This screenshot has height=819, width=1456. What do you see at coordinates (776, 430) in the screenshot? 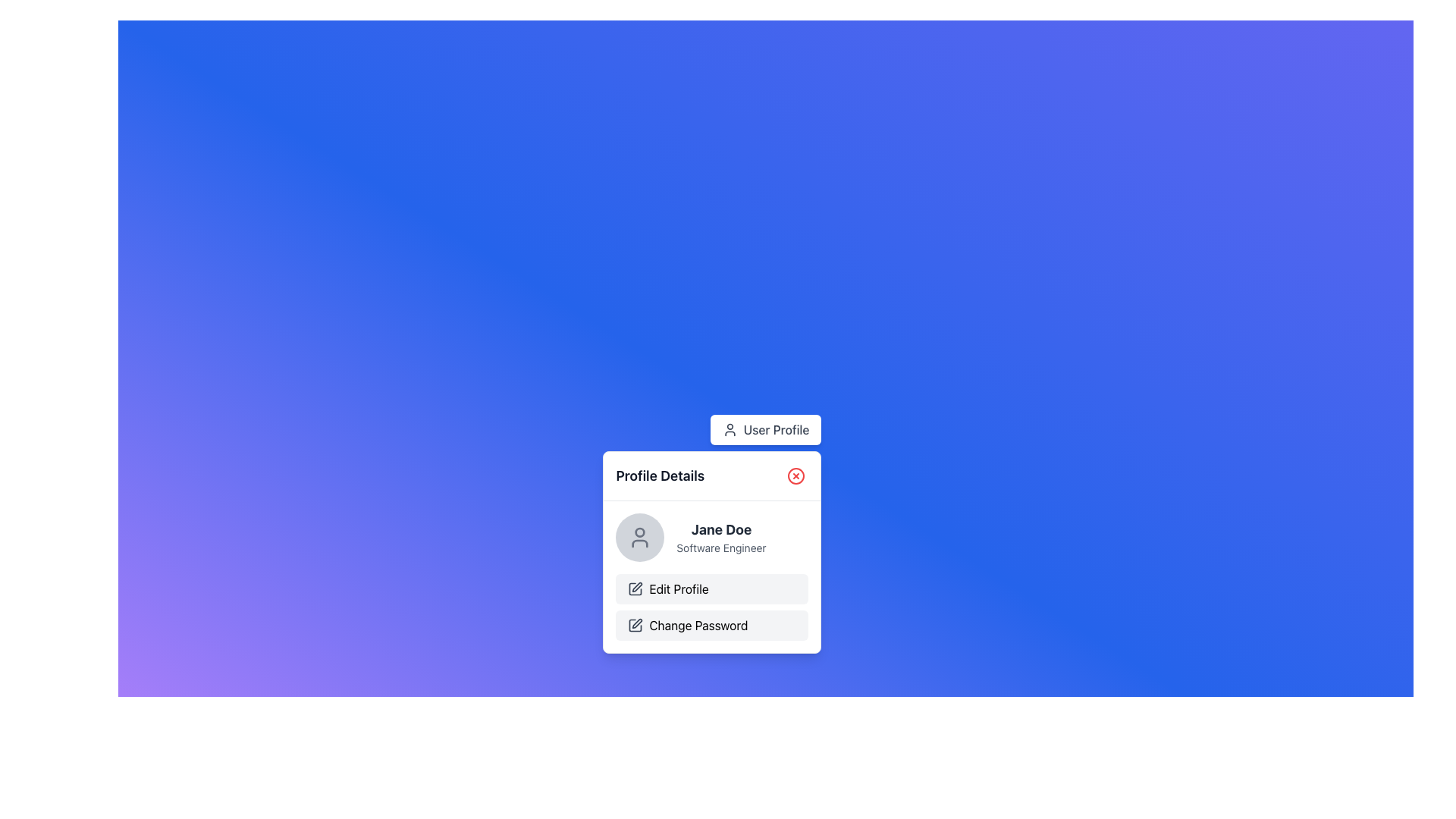
I see `text label that serves as a link or button label for the user profile, located to the right of the user icon at the top-center of the interface` at bounding box center [776, 430].